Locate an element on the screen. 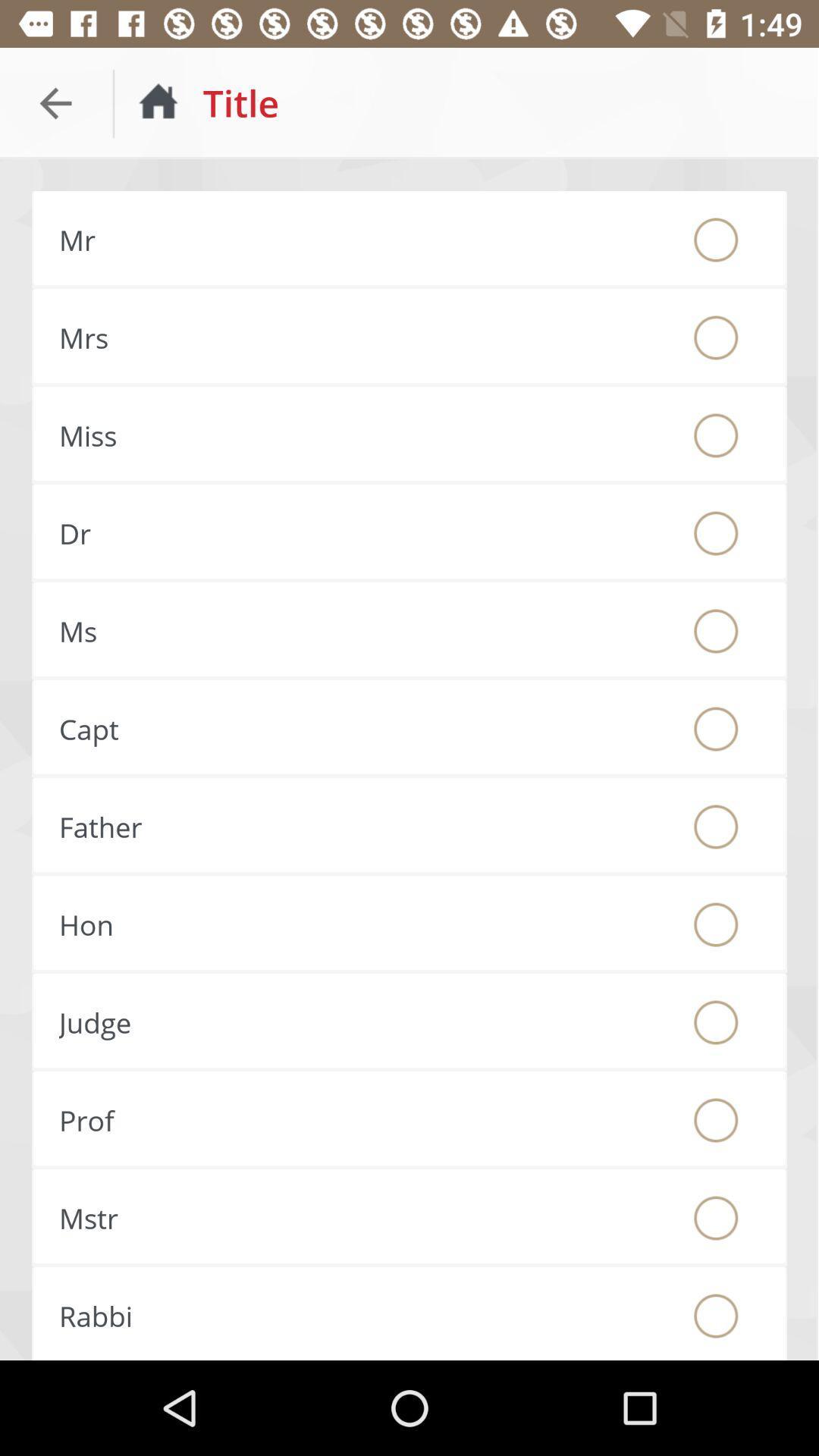 The height and width of the screenshot is (1456, 819). choose this option is located at coordinates (716, 631).